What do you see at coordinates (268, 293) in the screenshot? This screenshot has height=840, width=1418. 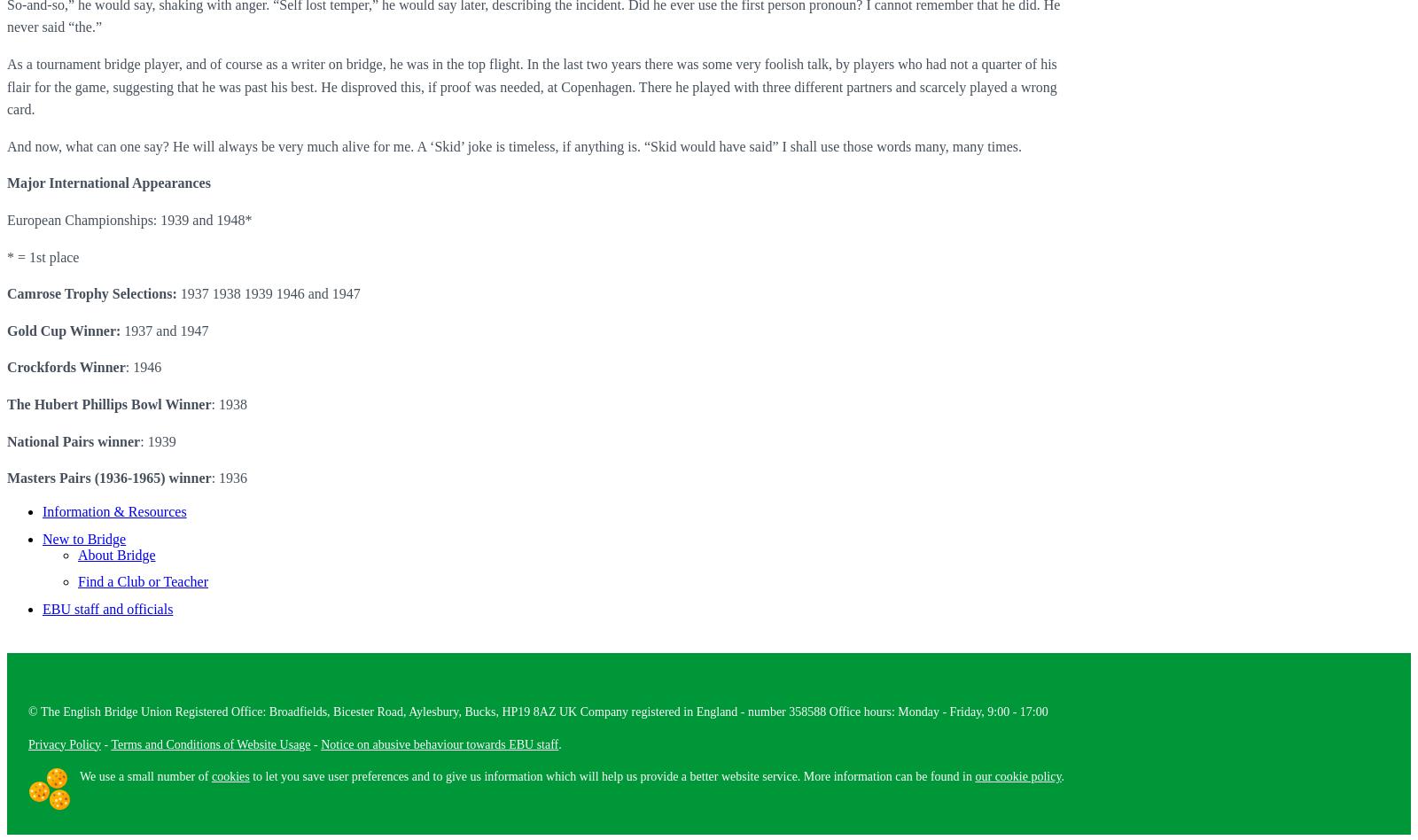 I see `'1937 1938 1939 1946 and 1947'` at bounding box center [268, 293].